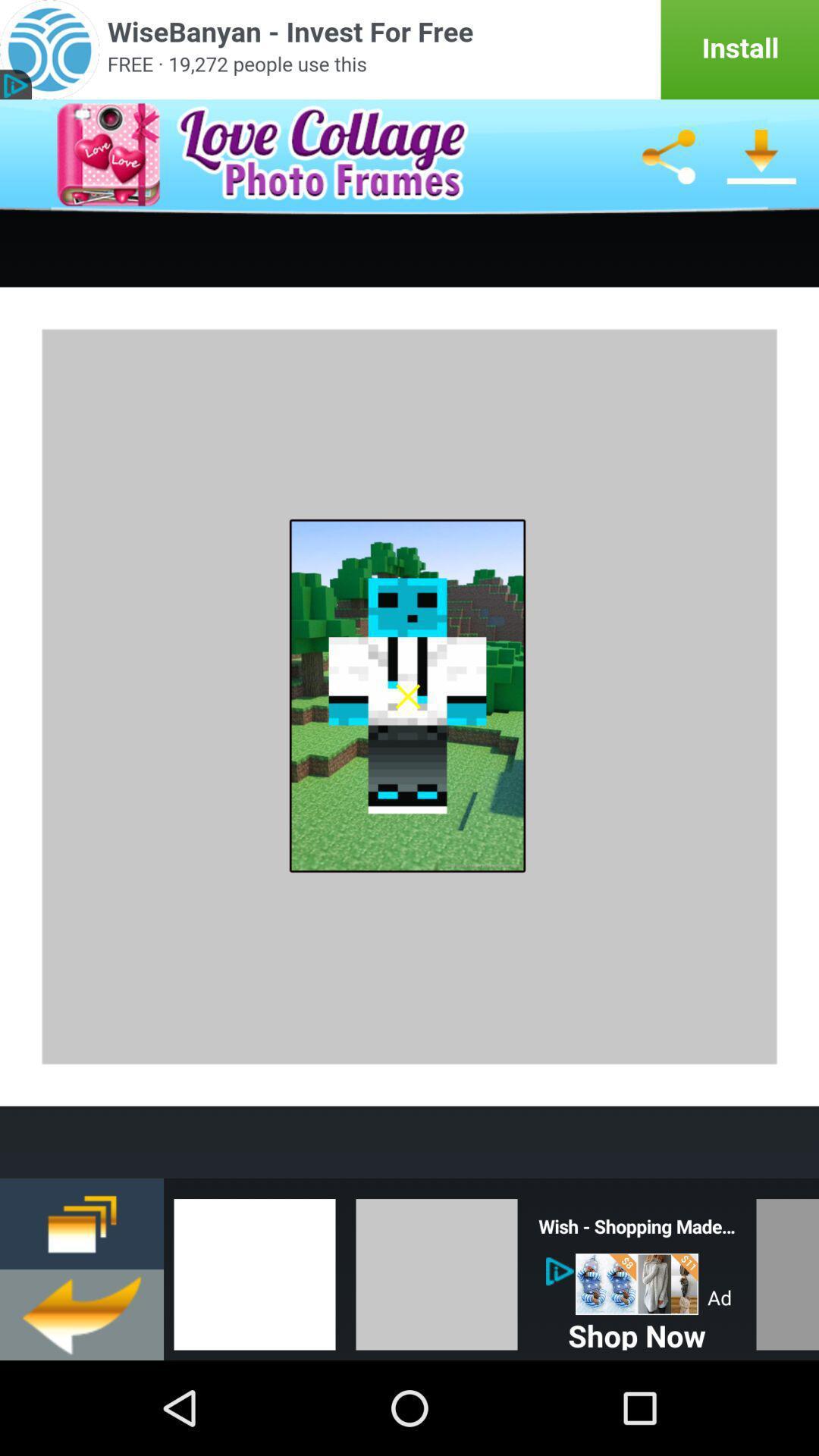 Image resolution: width=819 pixels, height=1456 pixels. What do you see at coordinates (667, 156) in the screenshot?
I see `share image` at bounding box center [667, 156].